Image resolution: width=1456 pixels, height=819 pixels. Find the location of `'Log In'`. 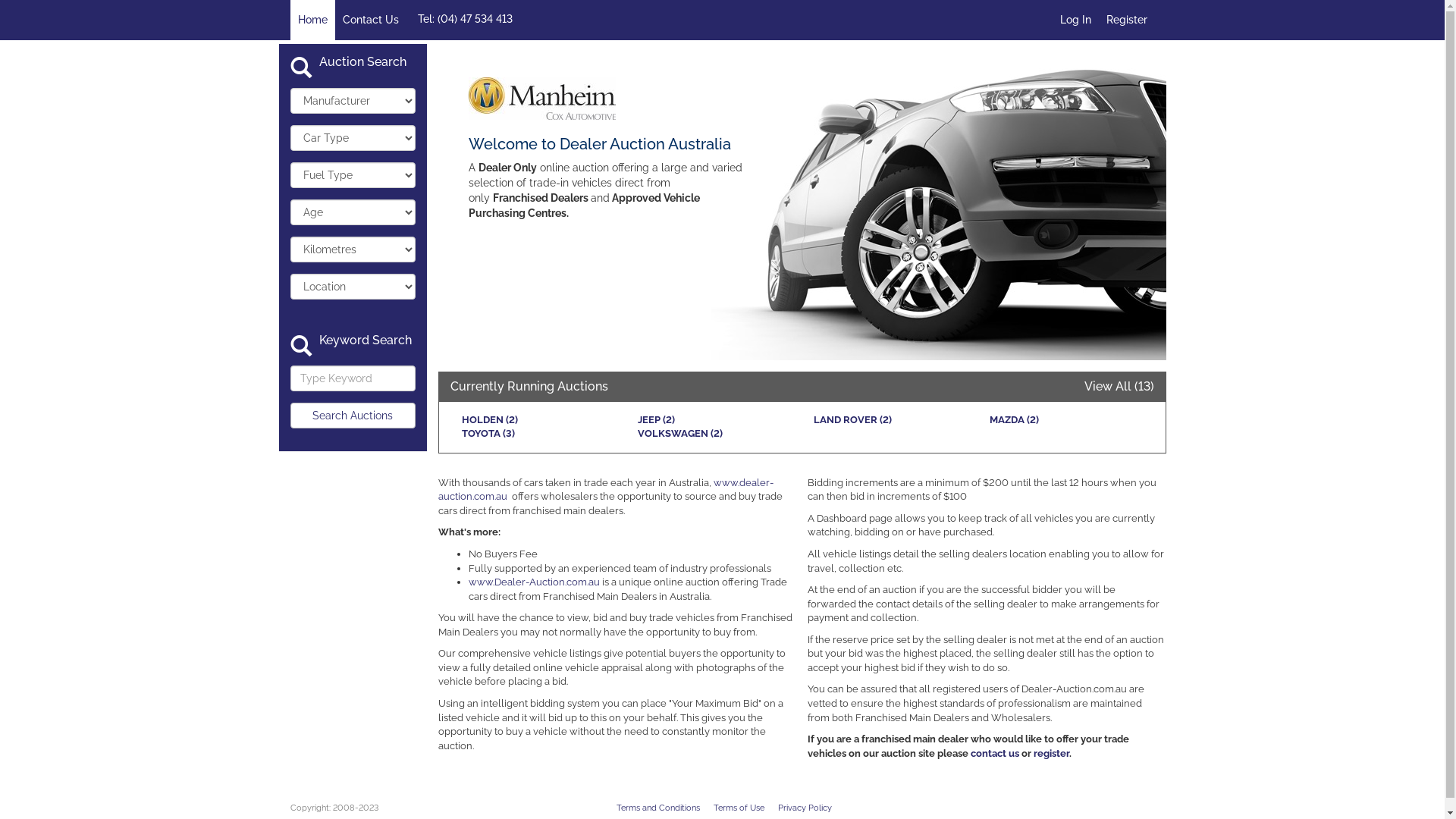

'Log In' is located at coordinates (1075, 20).